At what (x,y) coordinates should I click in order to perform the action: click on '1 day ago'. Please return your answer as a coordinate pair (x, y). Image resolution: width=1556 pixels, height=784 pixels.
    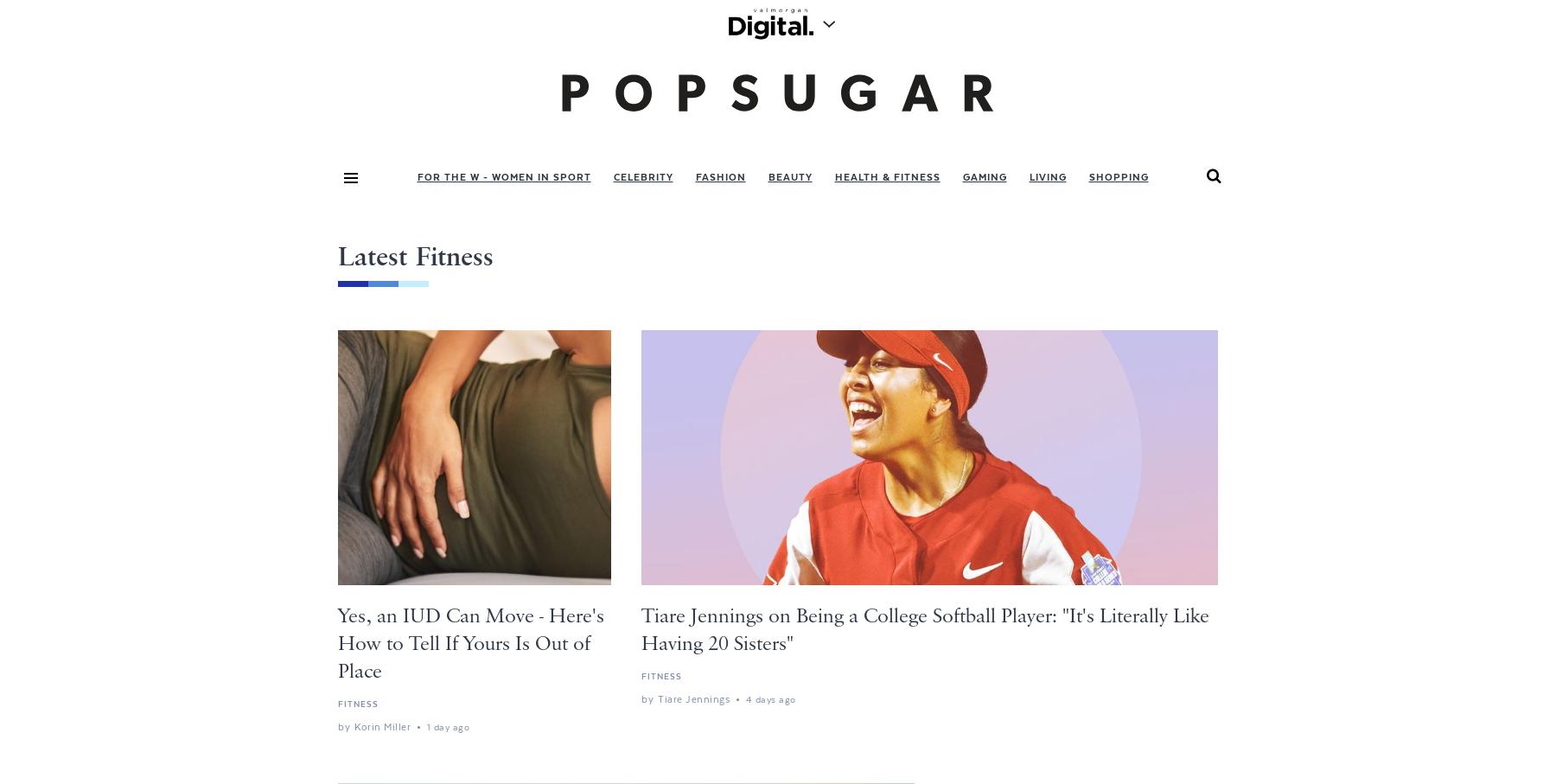
    Looking at the image, I should click on (447, 726).